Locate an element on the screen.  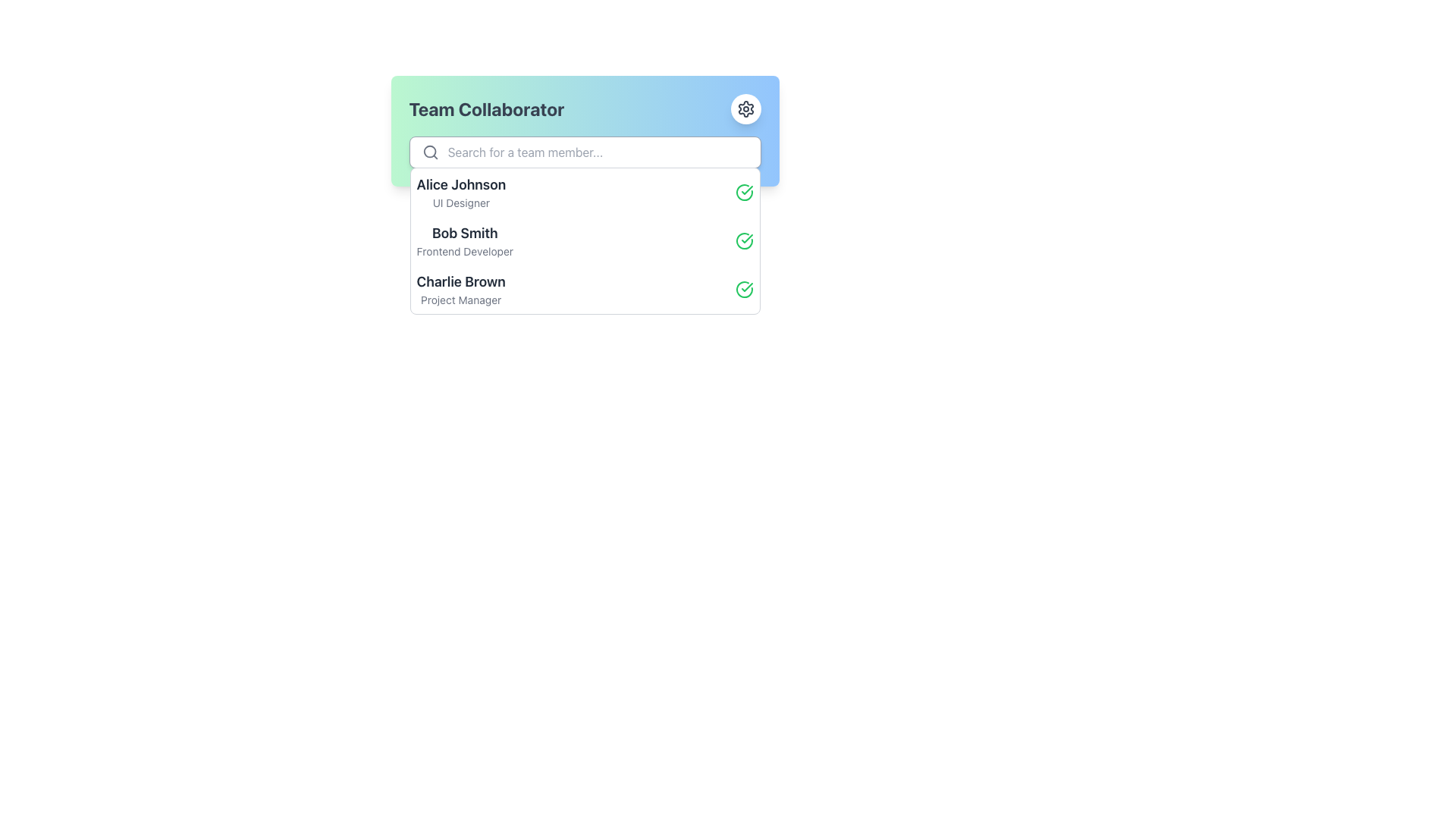
the status represented by the circular icon with a green outline and checkmark, located at the far right side of the row labeled 'Bob Smith - Frontend Developer' is located at coordinates (744, 240).